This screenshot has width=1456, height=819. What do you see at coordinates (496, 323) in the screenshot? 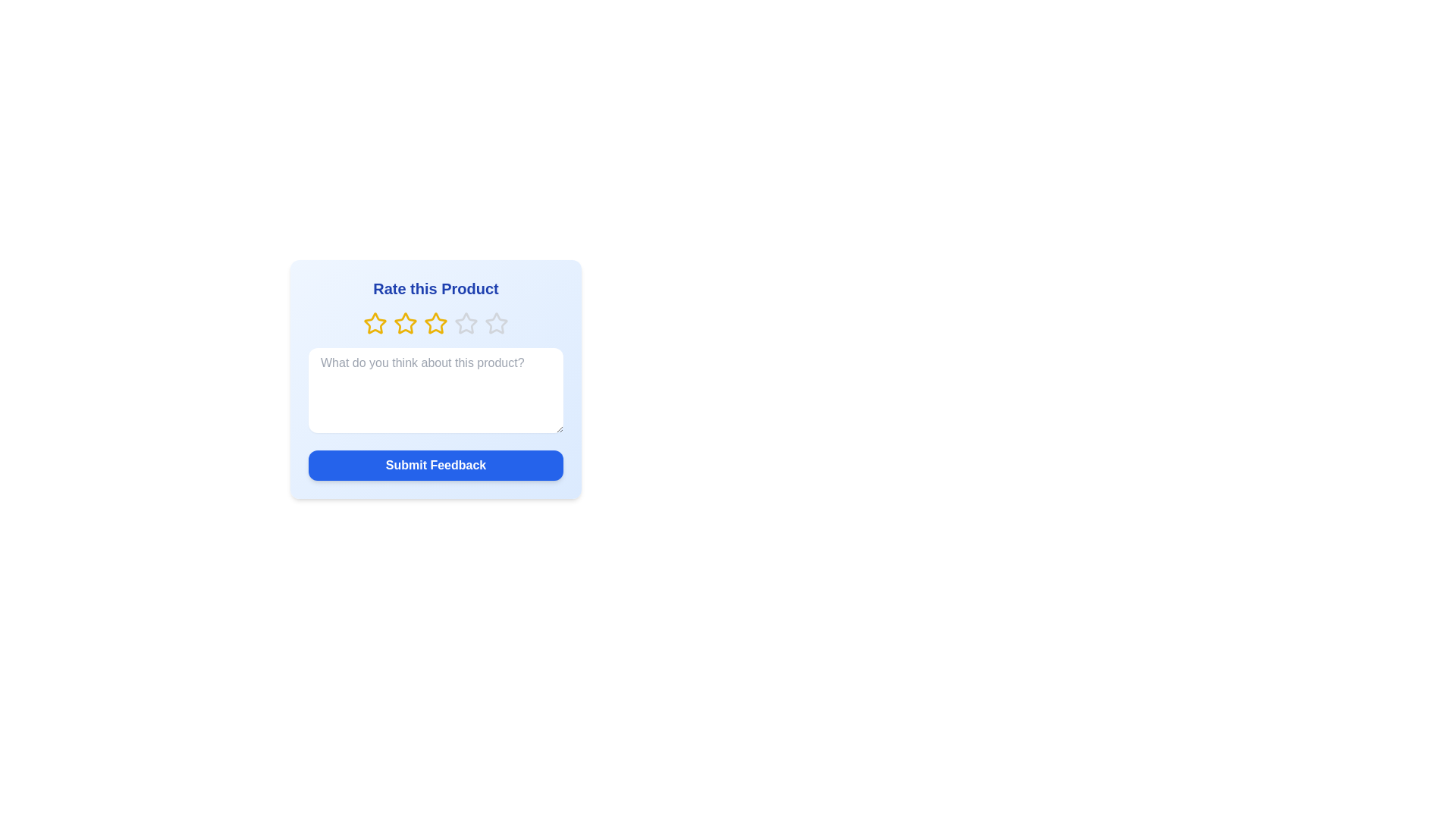
I see `the fifth star icon in the rating section under 'Rate this Product'` at bounding box center [496, 323].